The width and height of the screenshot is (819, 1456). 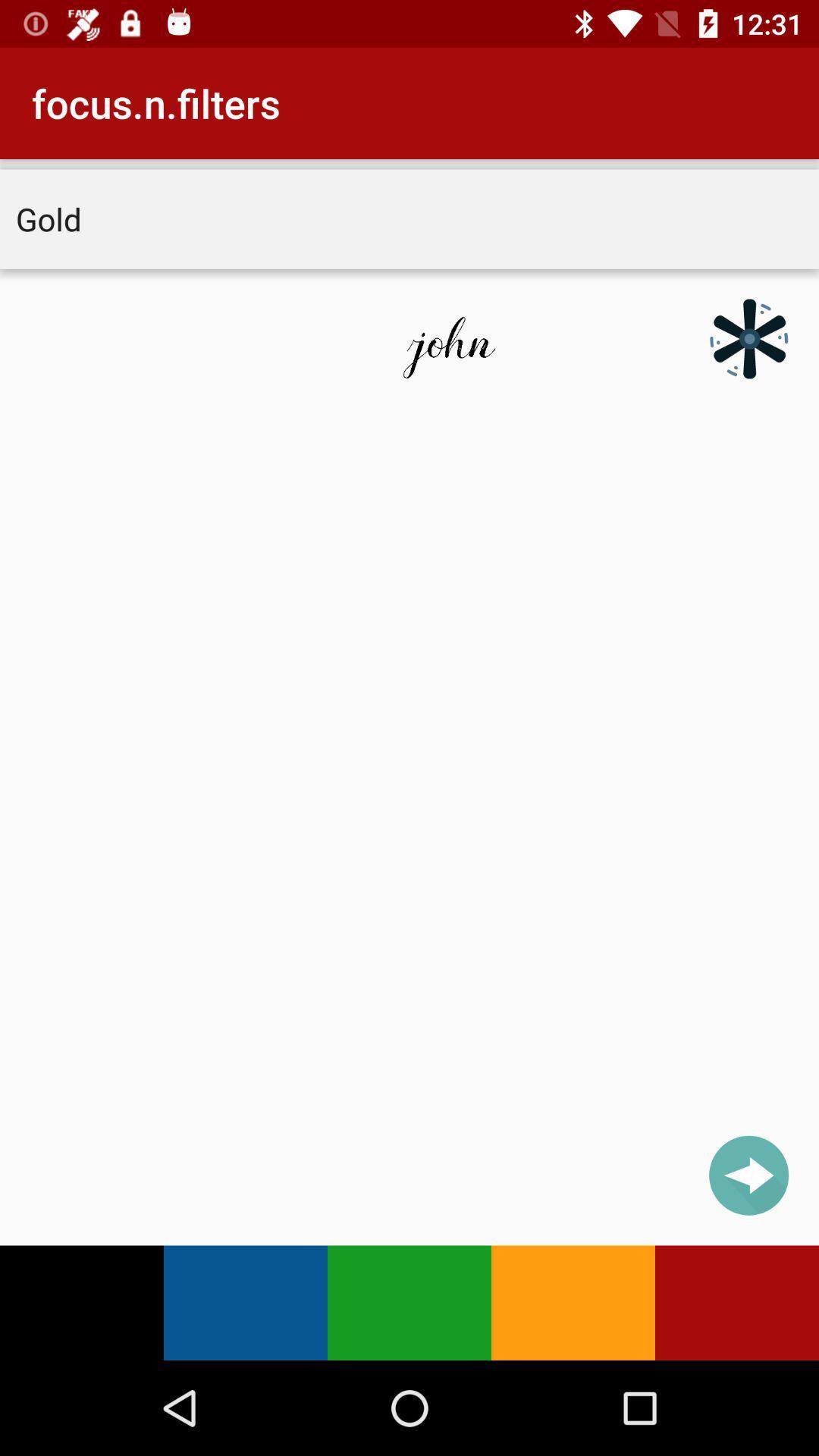 I want to click on icon at the top right corner, so click(x=748, y=337).